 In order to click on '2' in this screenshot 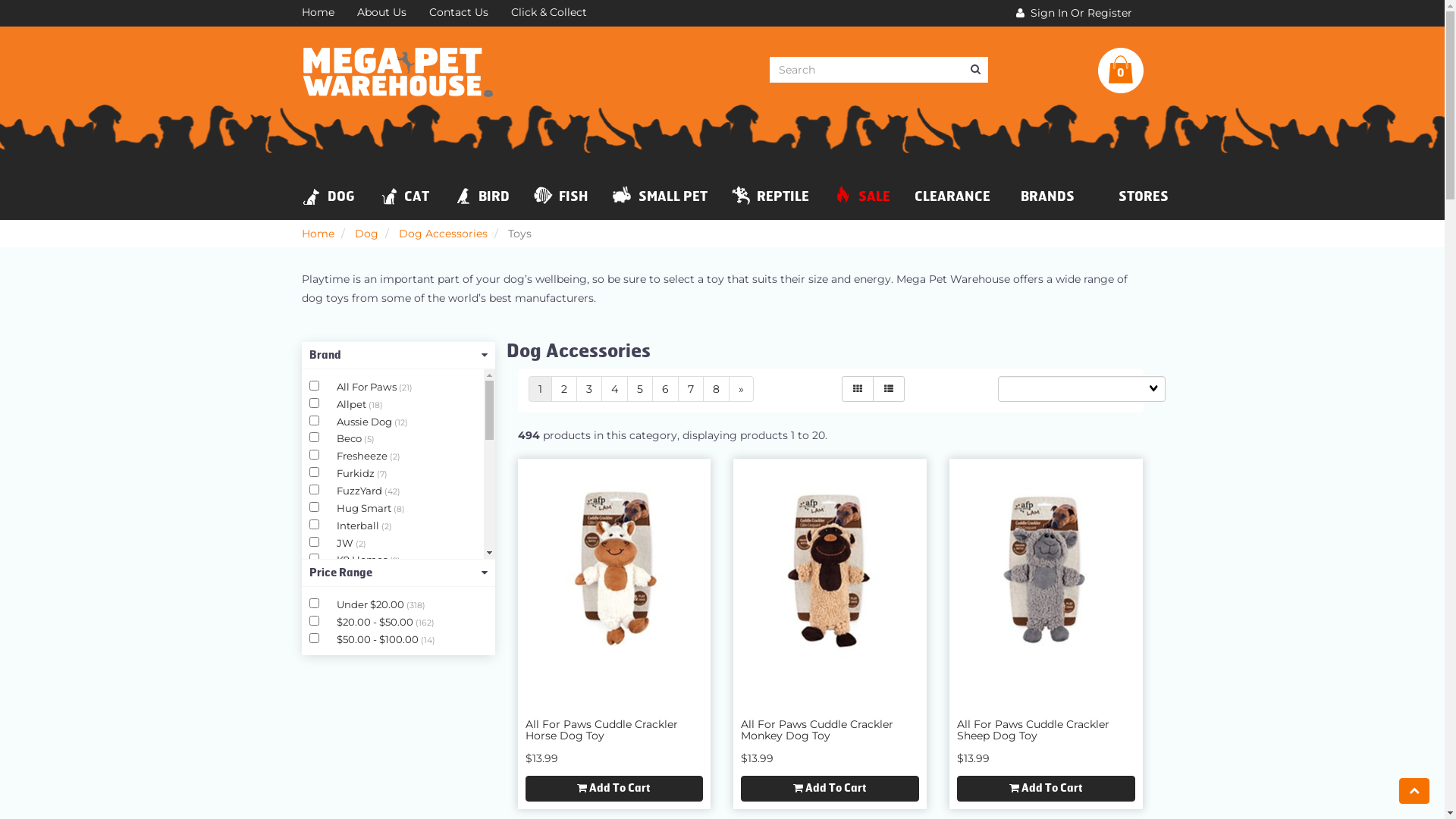, I will do `click(563, 388)`.